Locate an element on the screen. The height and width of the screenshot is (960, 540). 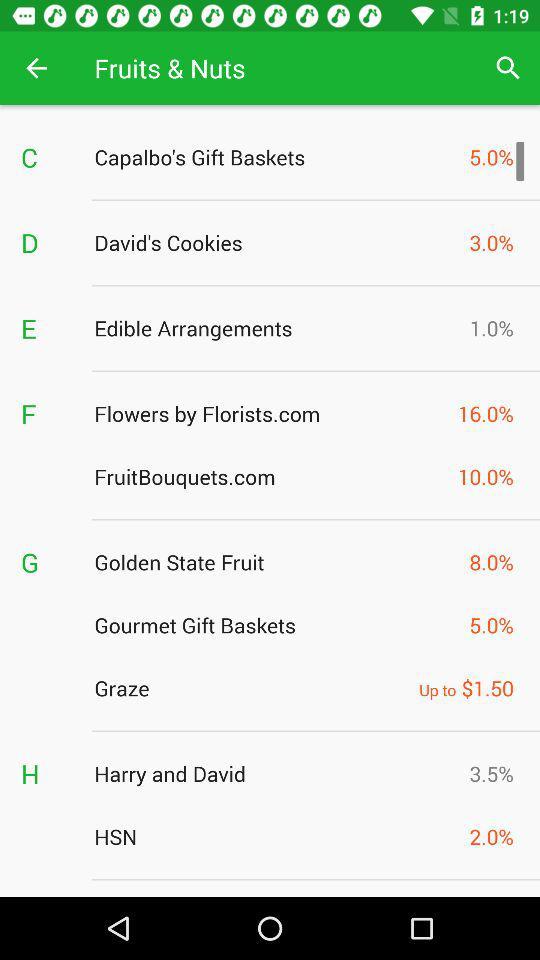
the icon to the left of fruits & nuts is located at coordinates (36, 68).